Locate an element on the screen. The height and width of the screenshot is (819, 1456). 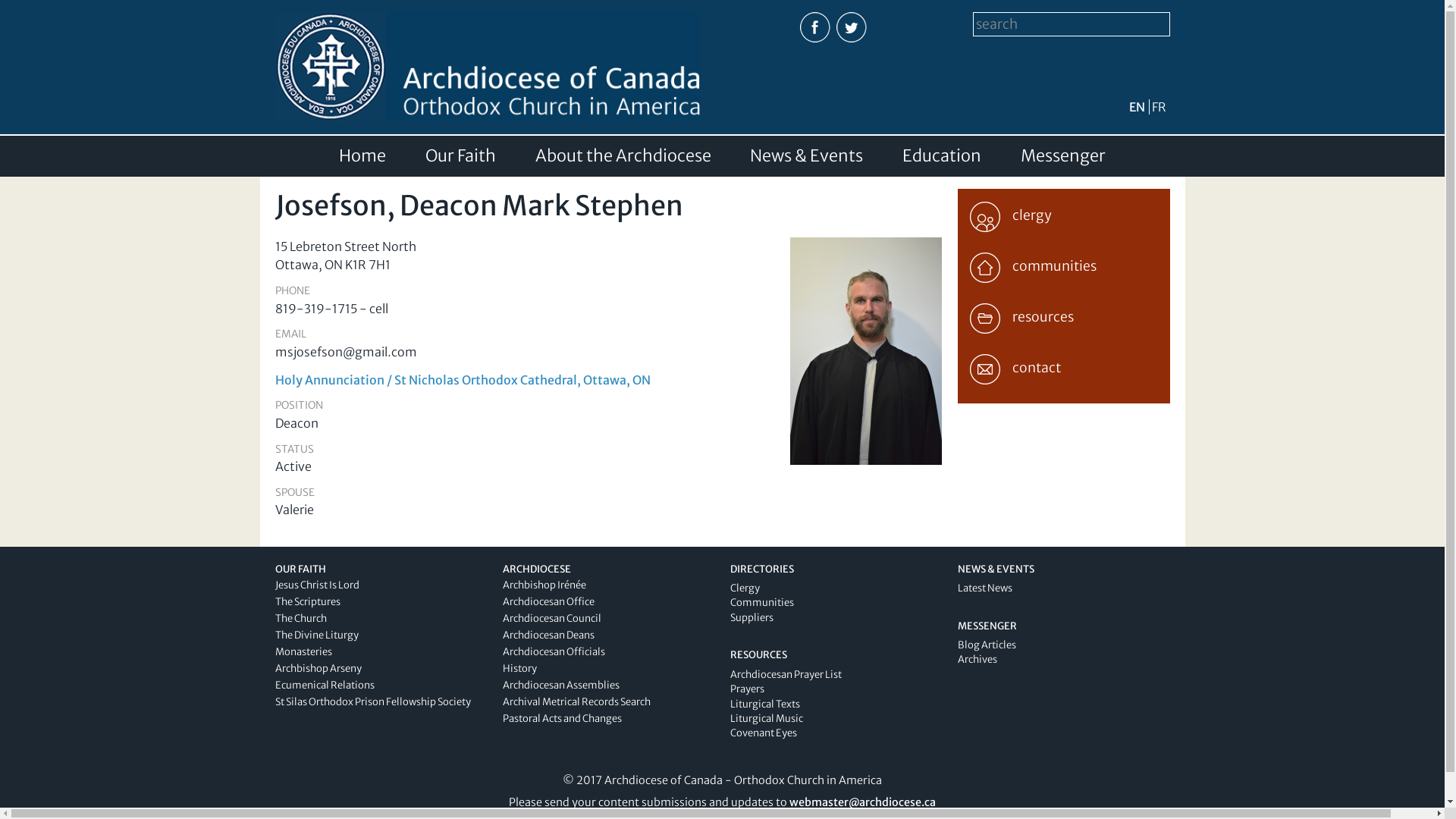
'History' is located at coordinates (519, 667).